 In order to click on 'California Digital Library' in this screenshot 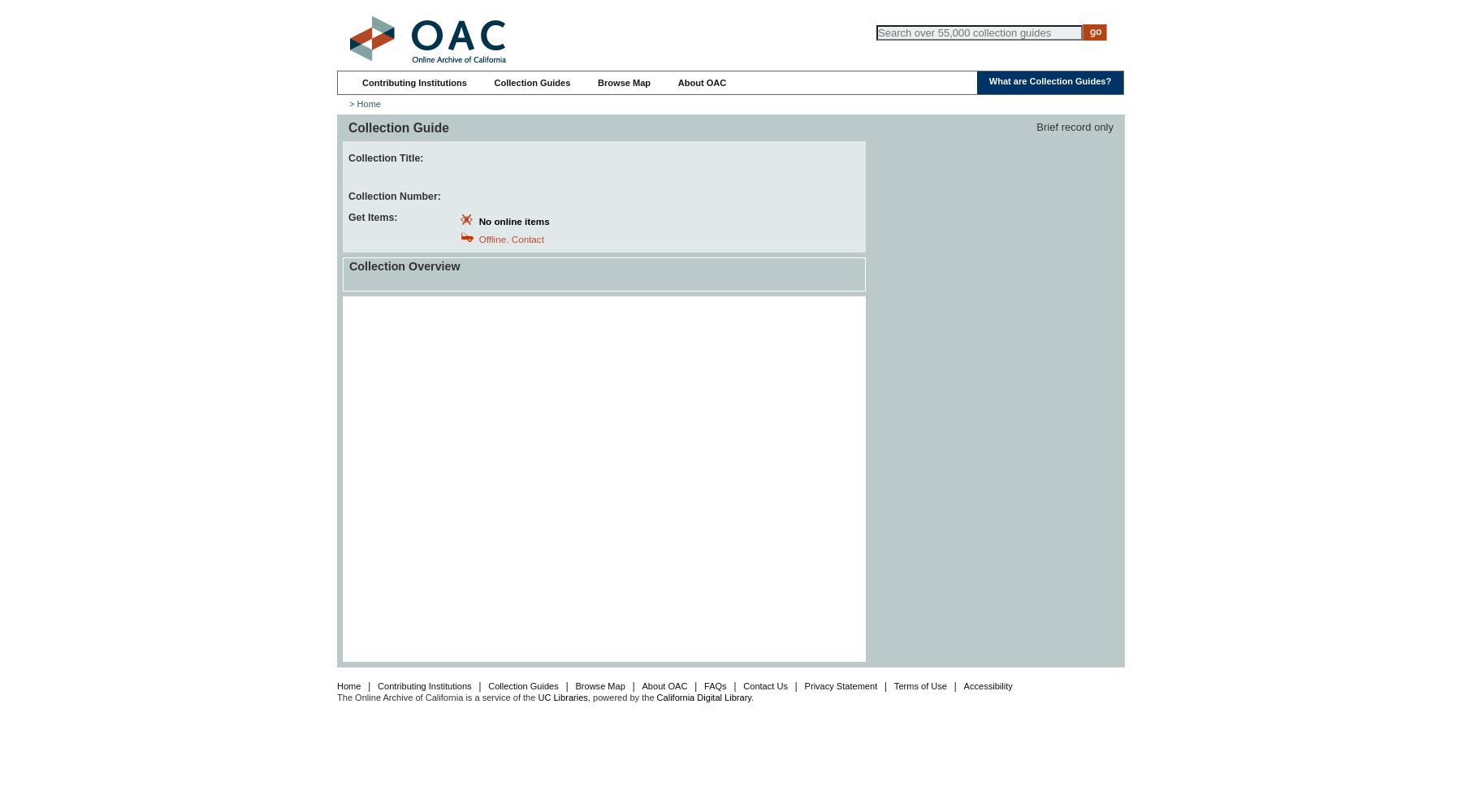, I will do `click(656, 696)`.